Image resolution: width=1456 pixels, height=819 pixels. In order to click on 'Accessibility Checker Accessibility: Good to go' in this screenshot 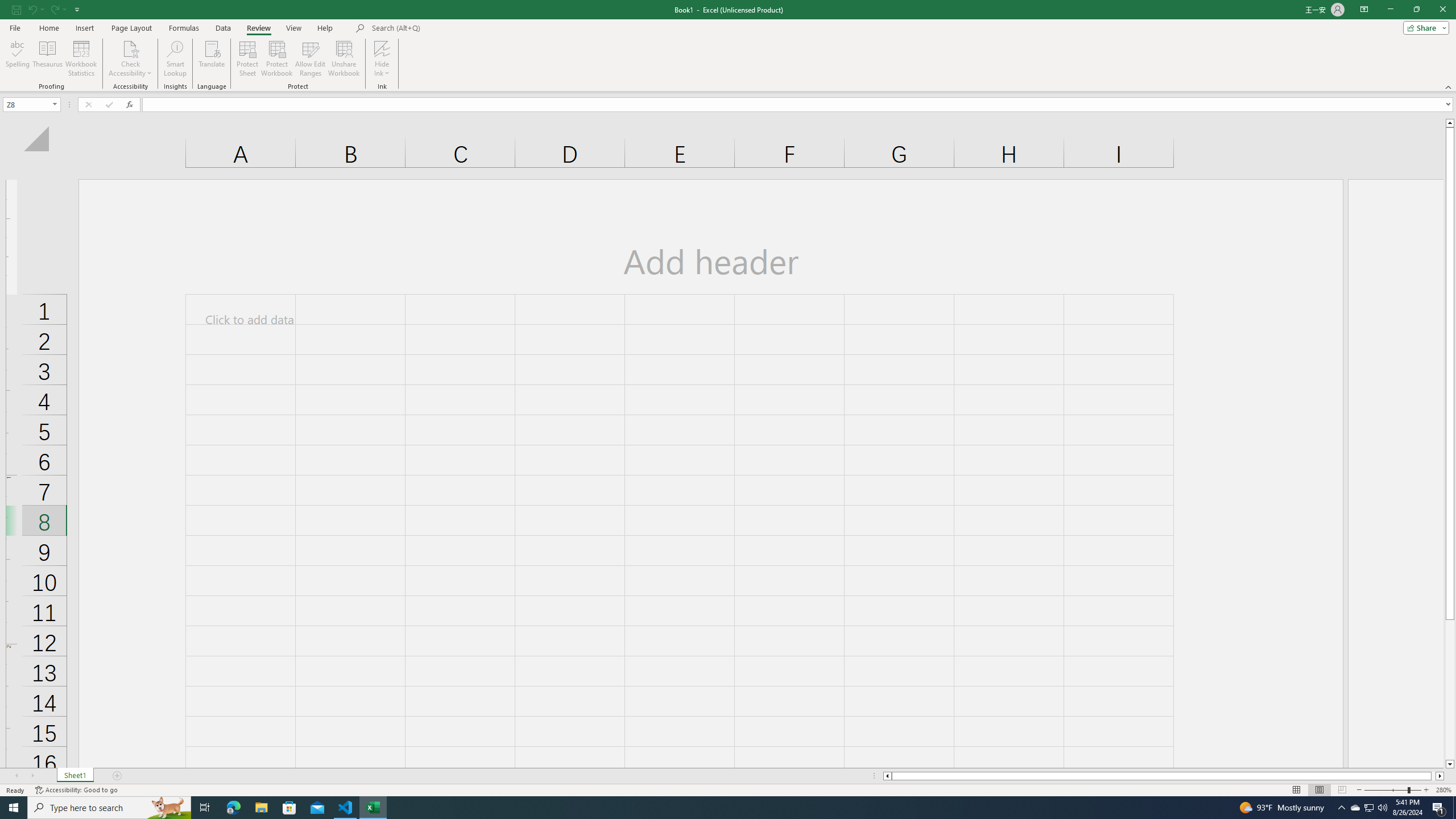, I will do `click(76, 790)`.